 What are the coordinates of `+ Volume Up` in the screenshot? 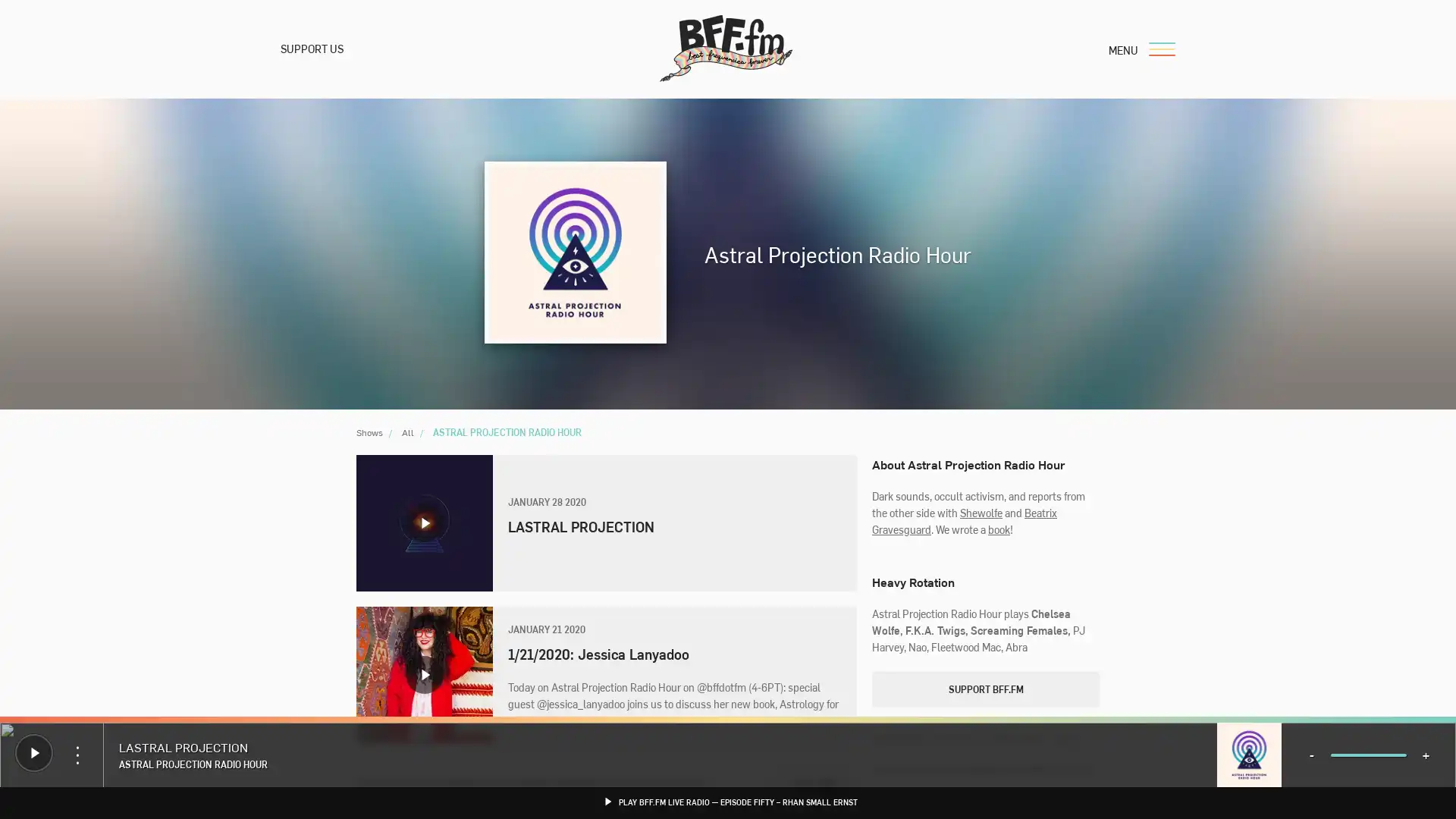 It's located at (1425, 755).